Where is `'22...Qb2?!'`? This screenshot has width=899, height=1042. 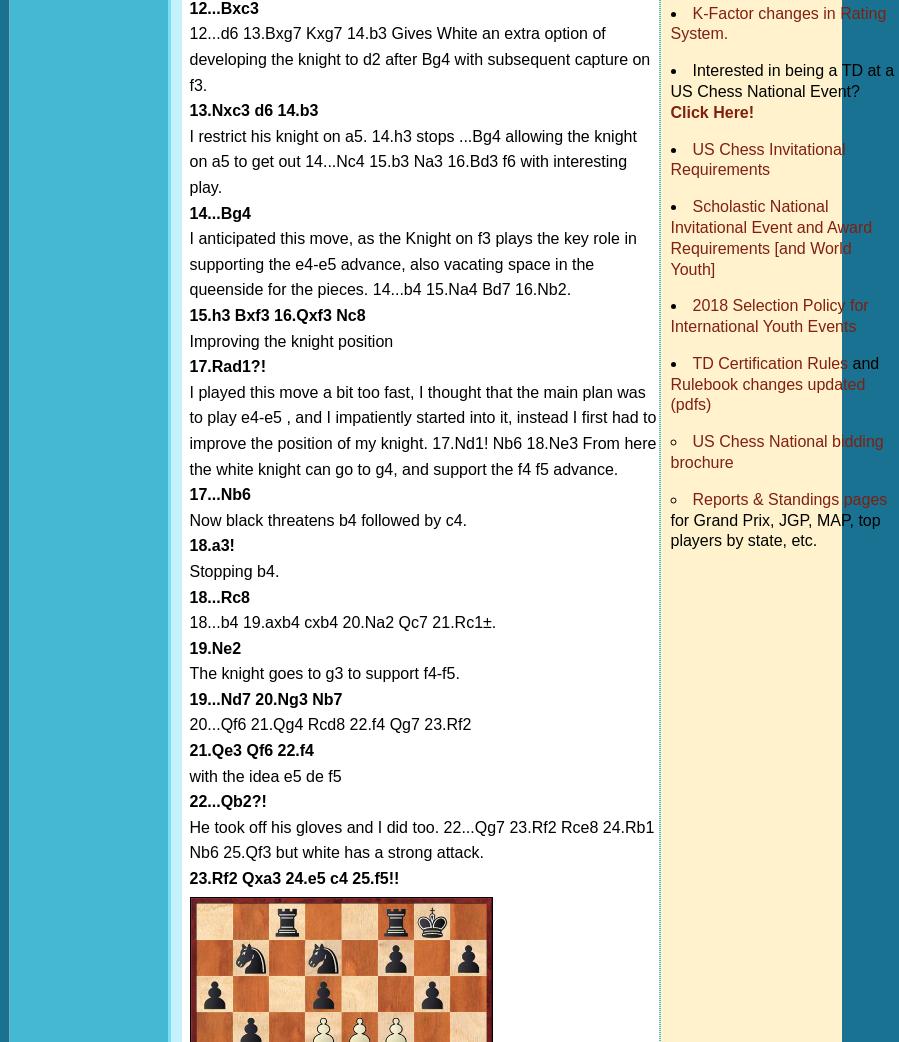
'22...Qb2?!' is located at coordinates (227, 801).